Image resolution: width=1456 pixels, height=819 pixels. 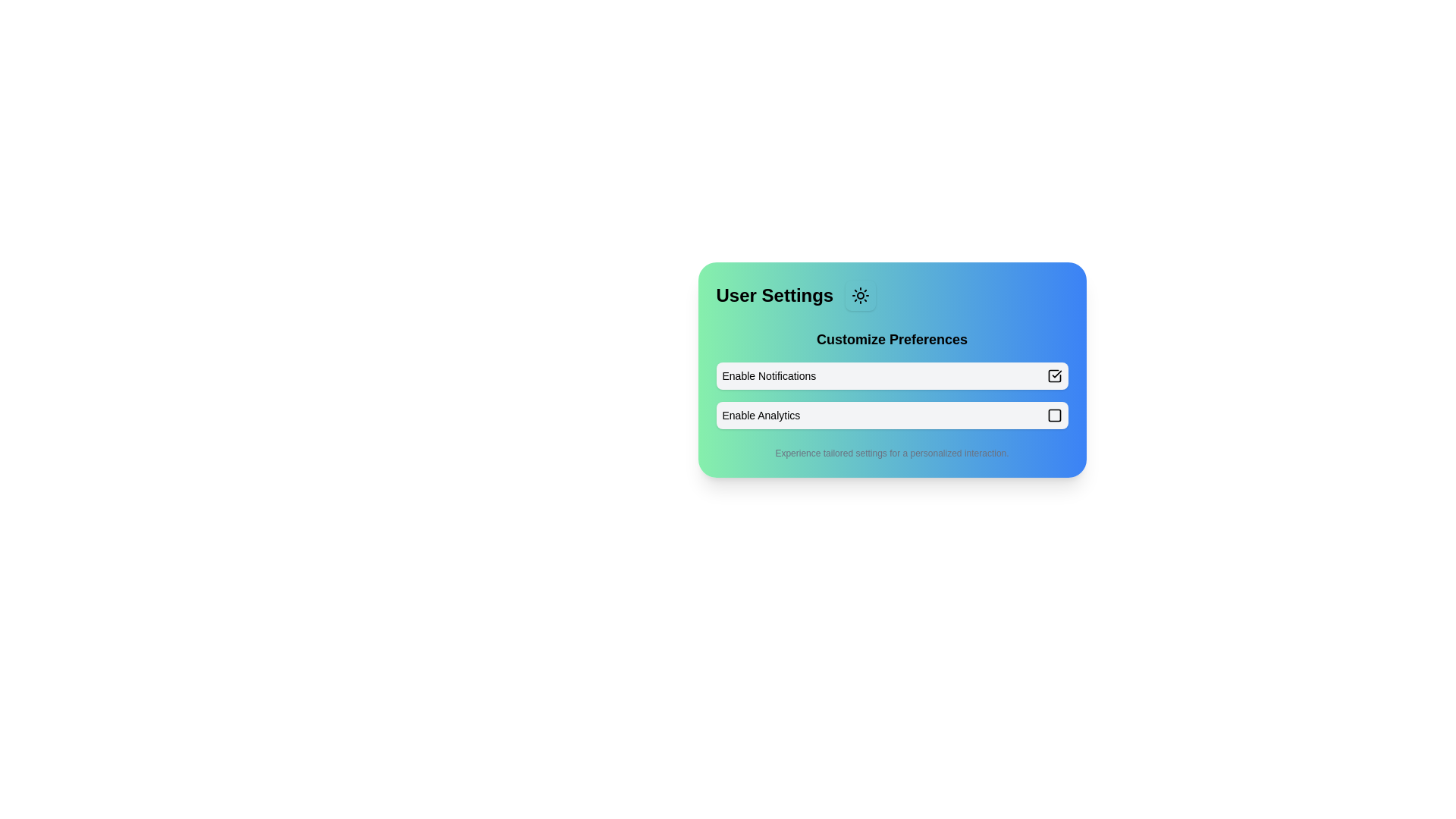 What do you see at coordinates (860, 295) in the screenshot?
I see `the small square button with rounded corners, featuring a sun icon at its center, located to the right of the 'User Settings' heading` at bounding box center [860, 295].